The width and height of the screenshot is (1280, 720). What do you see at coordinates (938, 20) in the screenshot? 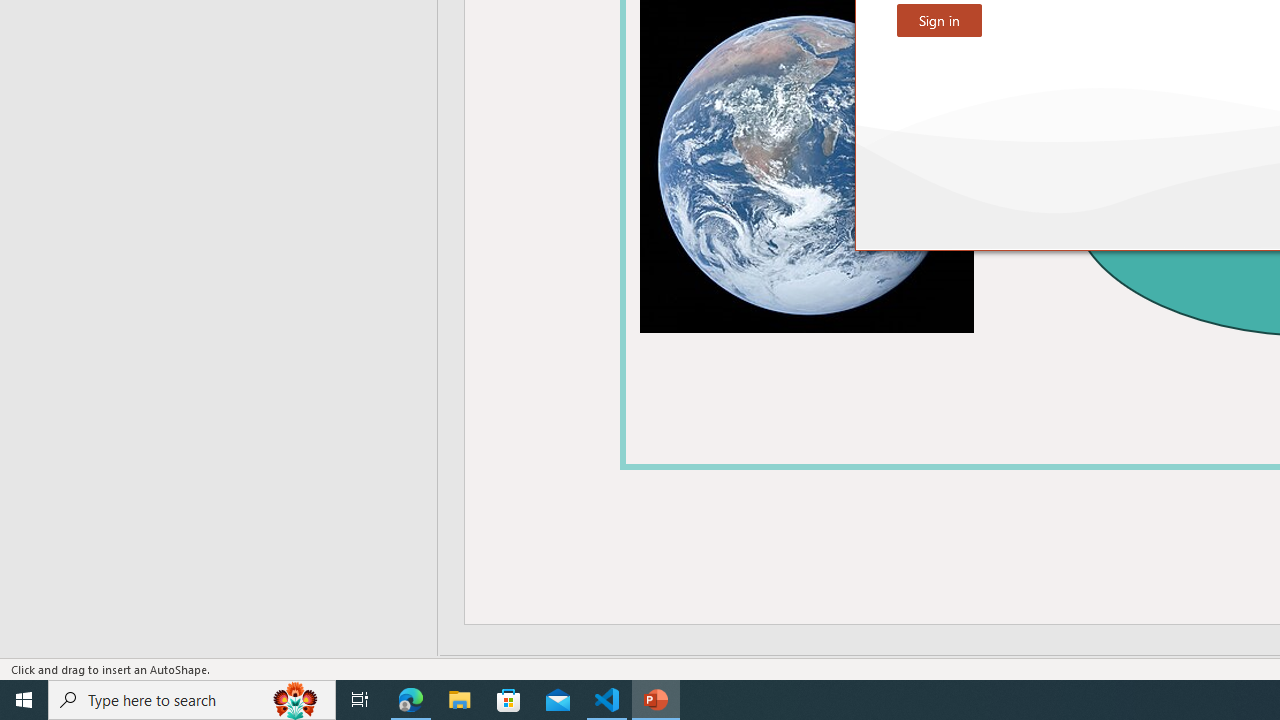
I see `'Sign in'` at bounding box center [938, 20].